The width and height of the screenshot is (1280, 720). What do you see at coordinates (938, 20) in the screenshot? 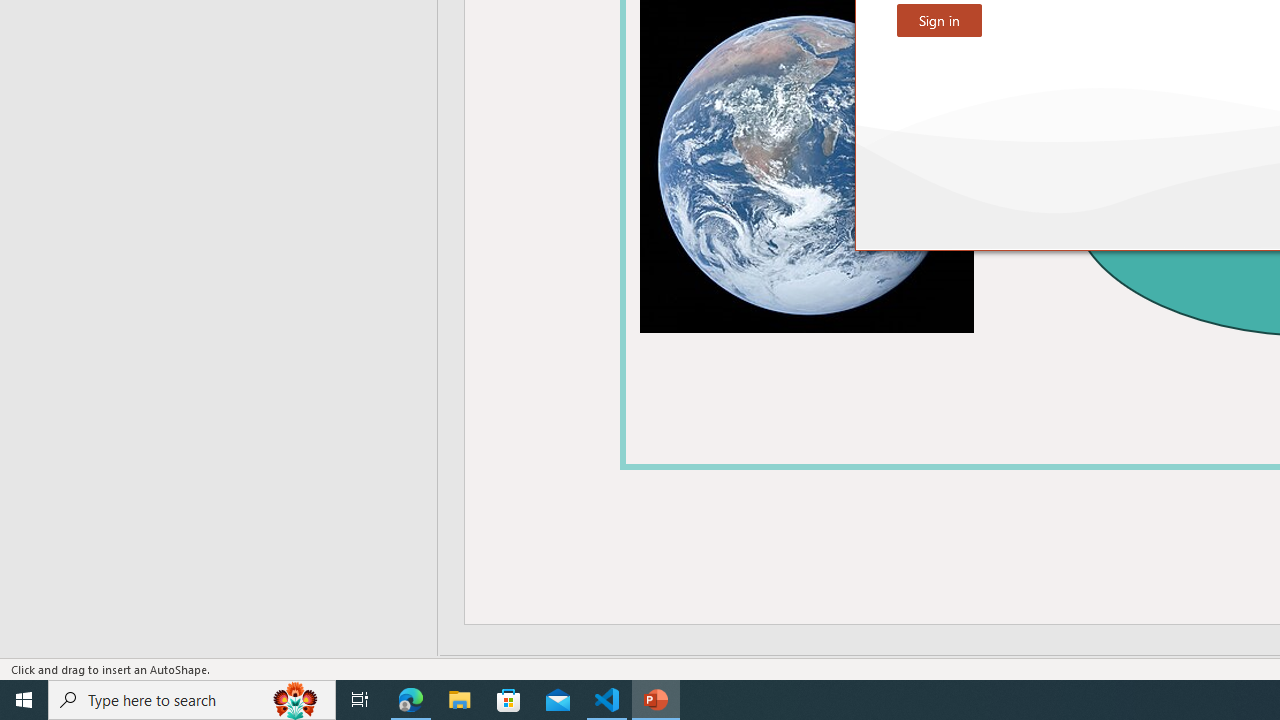
I see `'Sign in'` at bounding box center [938, 20].